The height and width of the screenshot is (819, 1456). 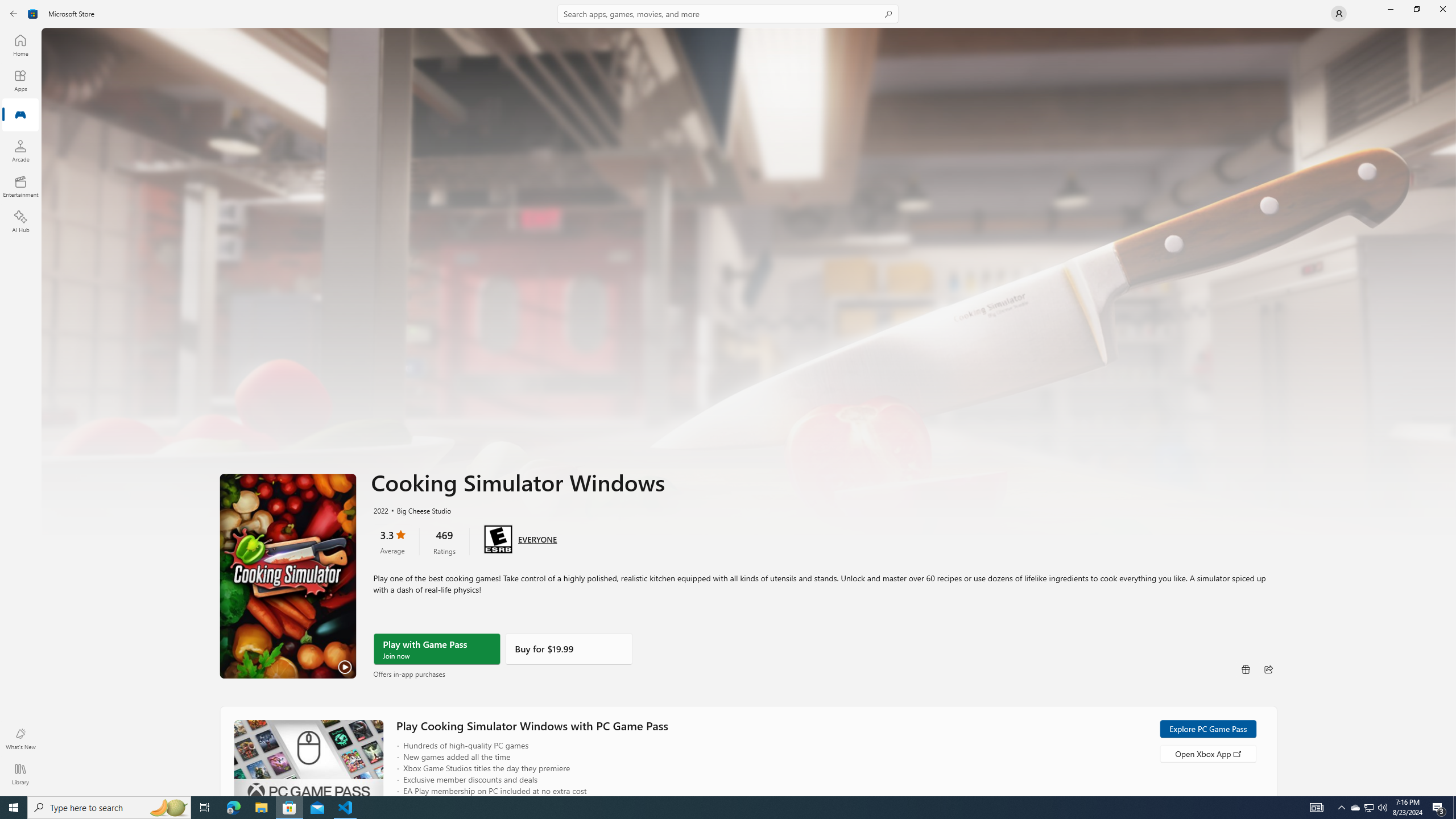 What do you see at coordinates (1207, 753) in the screenshot?
I see `'Open Xbox App'` at bounding box center [1207, 753].